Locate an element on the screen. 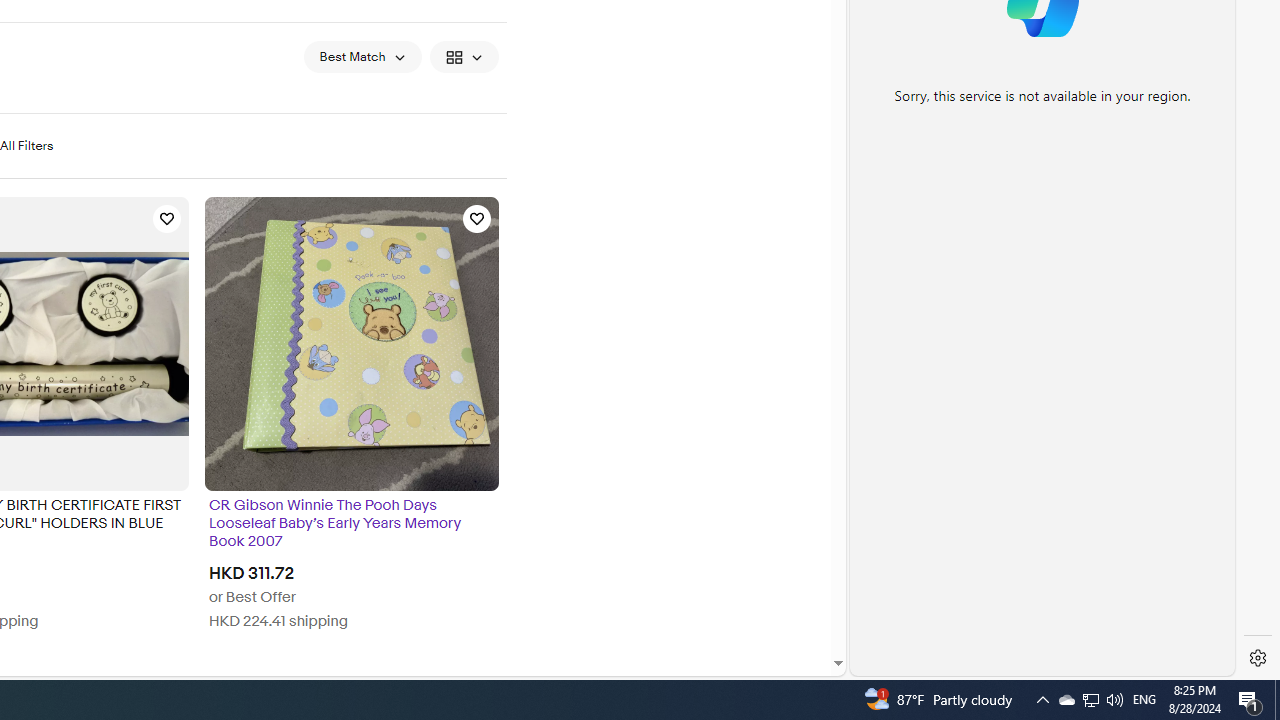  'Sort: Best Match' is located at coordinates (362, 55).